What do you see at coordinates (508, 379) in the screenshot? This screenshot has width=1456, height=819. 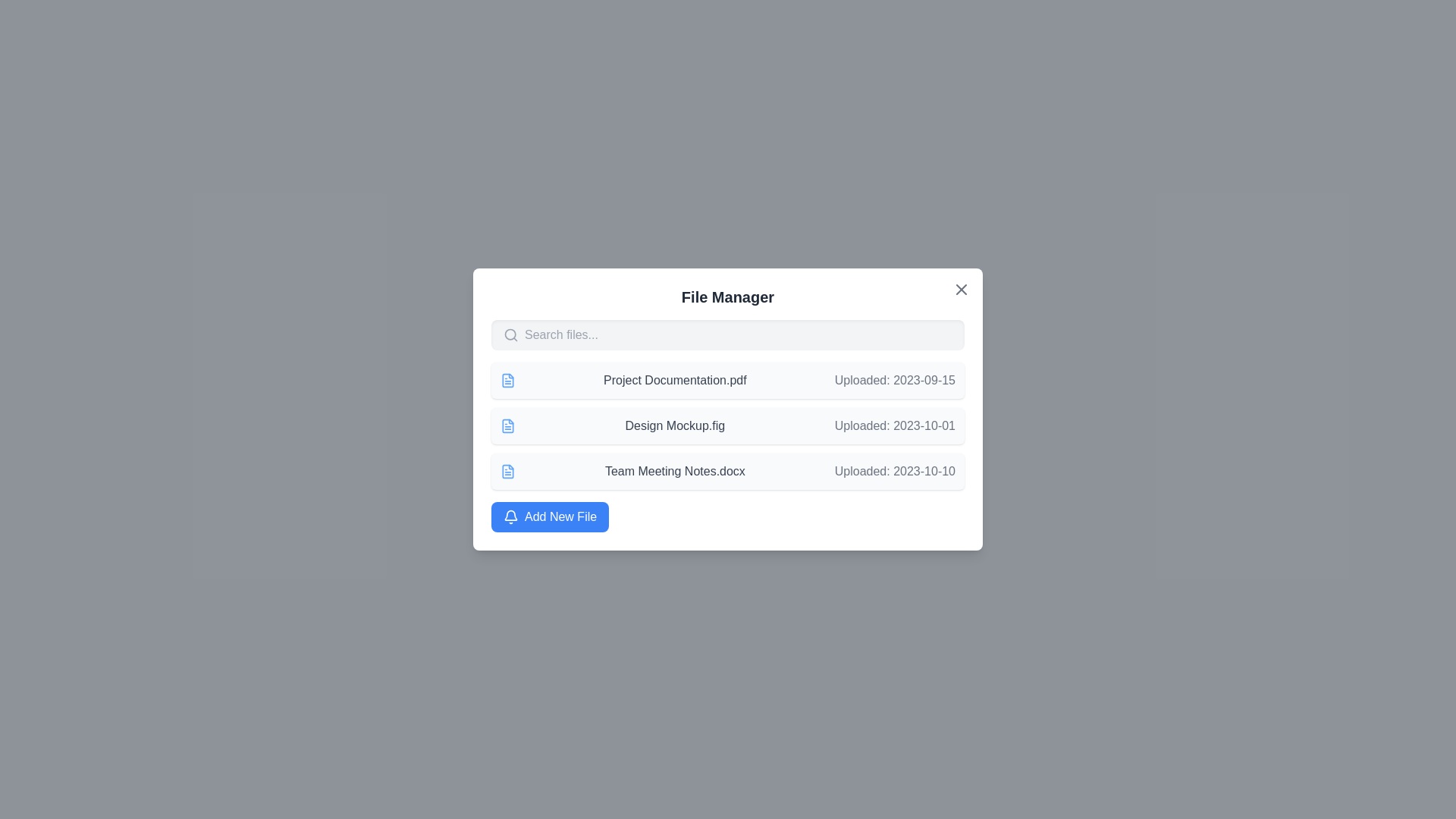 I see `the icon representing 'Project Documentation.pdf' in the file manager interface` at bounding box center [508, 379].